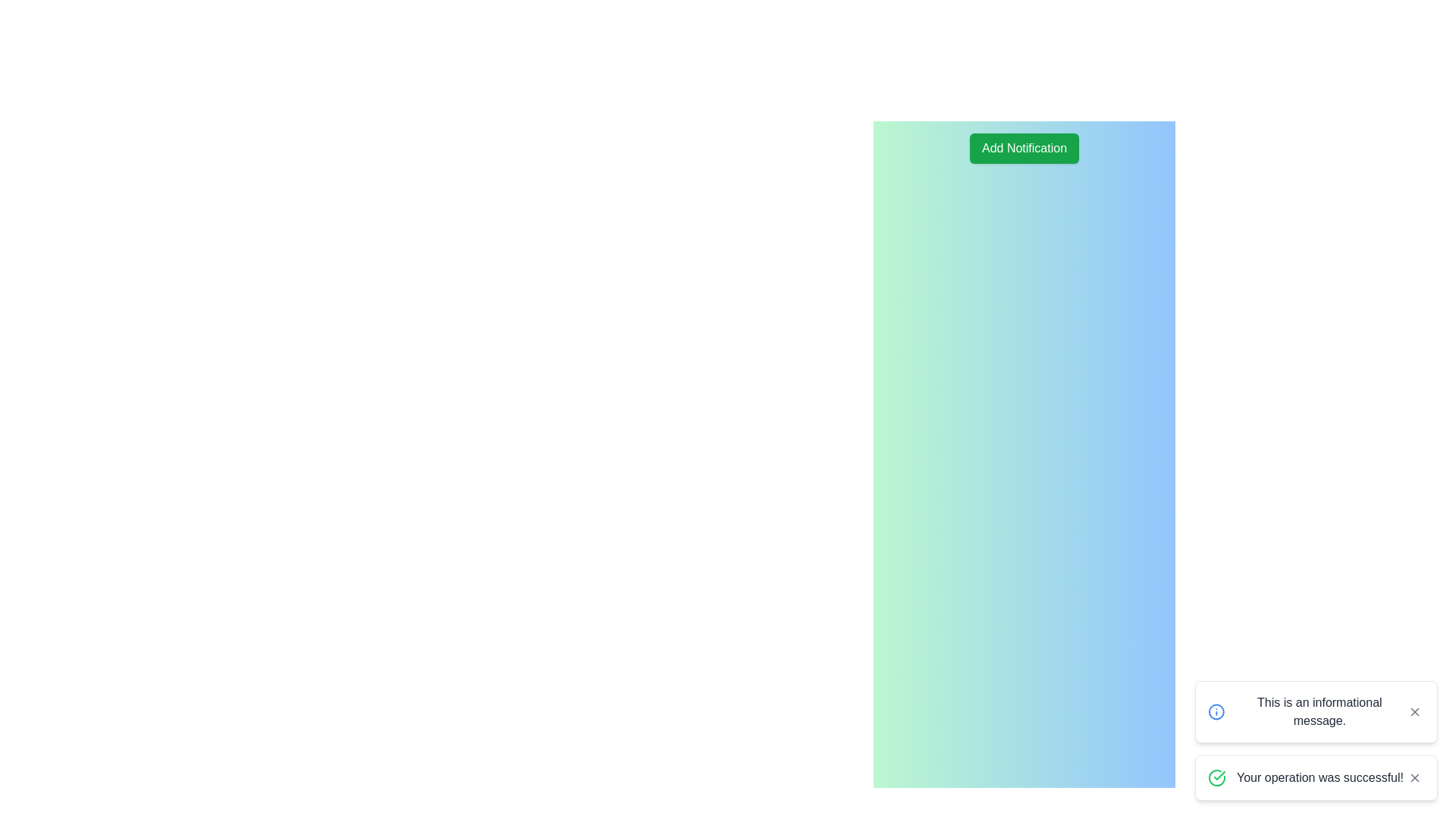 Image resolution: width=1456 pixels, height=819 pixels. I want to click on the notification box with a white background and rounded corners, which contains a blue informational icon on the left and a gray close button icon on the right, so click(1316, 711).